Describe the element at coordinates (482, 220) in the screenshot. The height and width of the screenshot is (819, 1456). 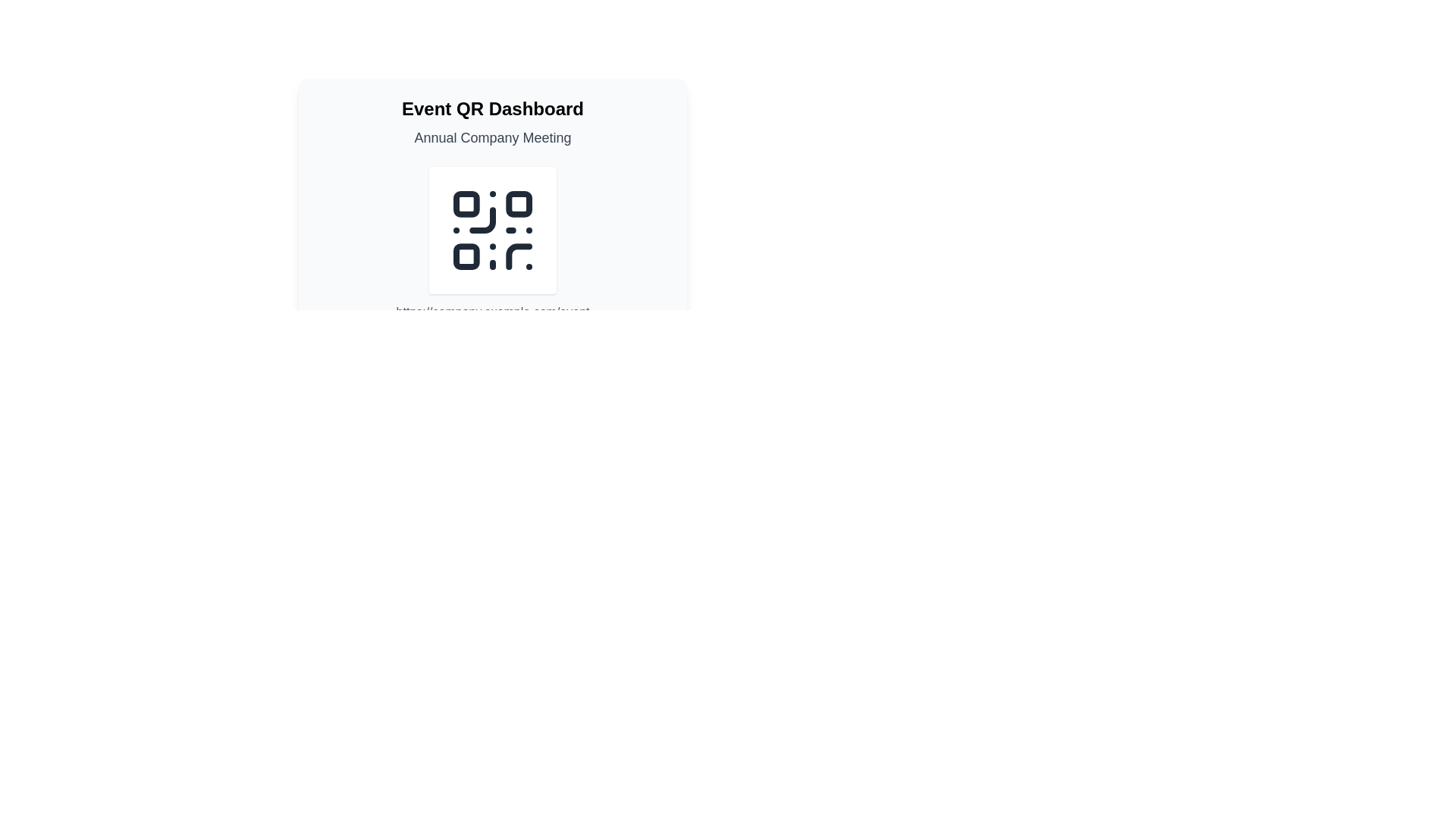
I see `the curved line segment of the QR code graphic, specifically located in the upper-left quadrant of the code's middle section` at that location.